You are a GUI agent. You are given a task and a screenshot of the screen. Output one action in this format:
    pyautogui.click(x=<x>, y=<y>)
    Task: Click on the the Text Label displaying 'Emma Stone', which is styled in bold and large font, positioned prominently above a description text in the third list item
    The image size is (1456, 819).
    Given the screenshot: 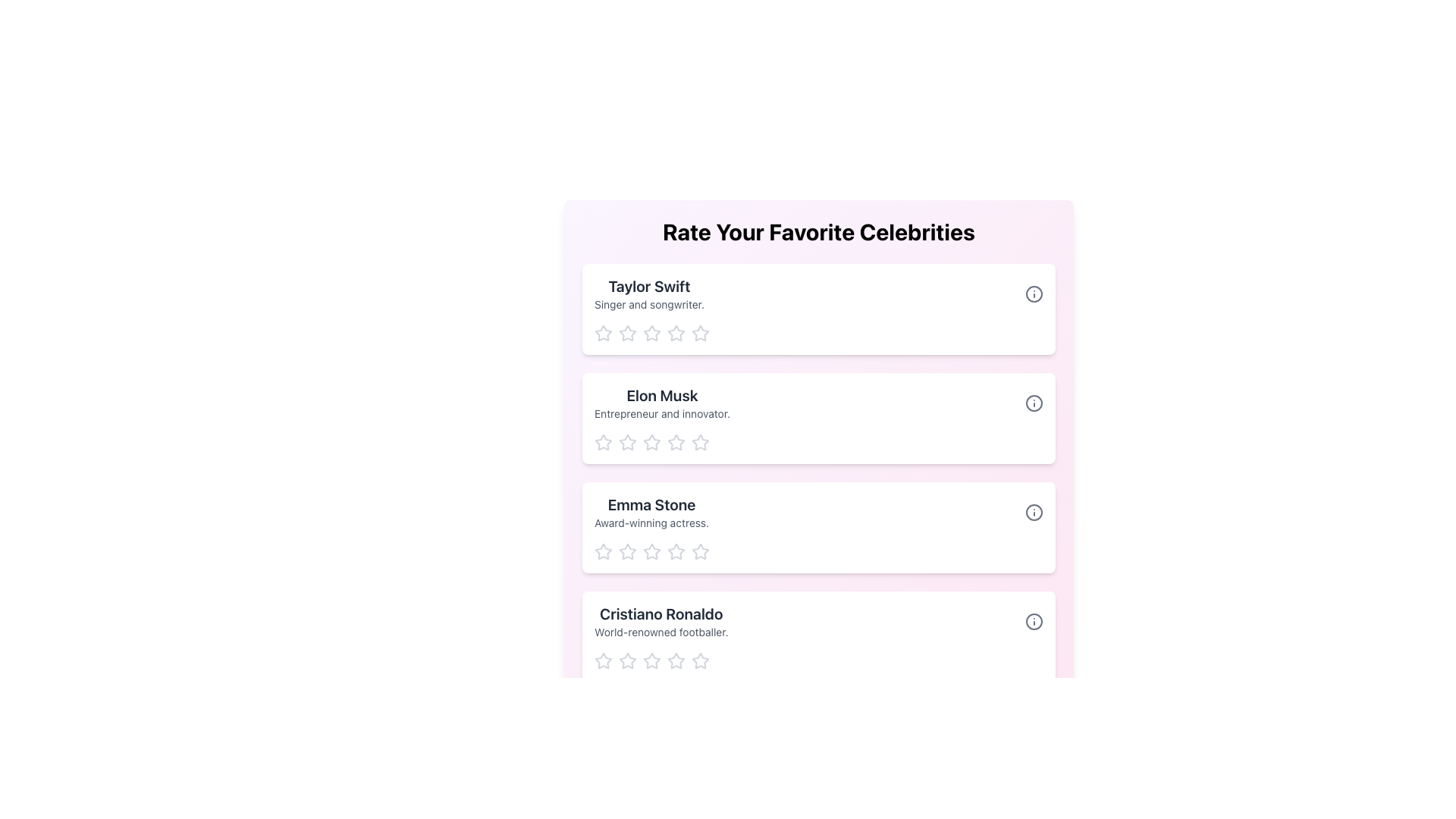 What is the action you would take?
    pyautogui.click(x=651, y=505)
    